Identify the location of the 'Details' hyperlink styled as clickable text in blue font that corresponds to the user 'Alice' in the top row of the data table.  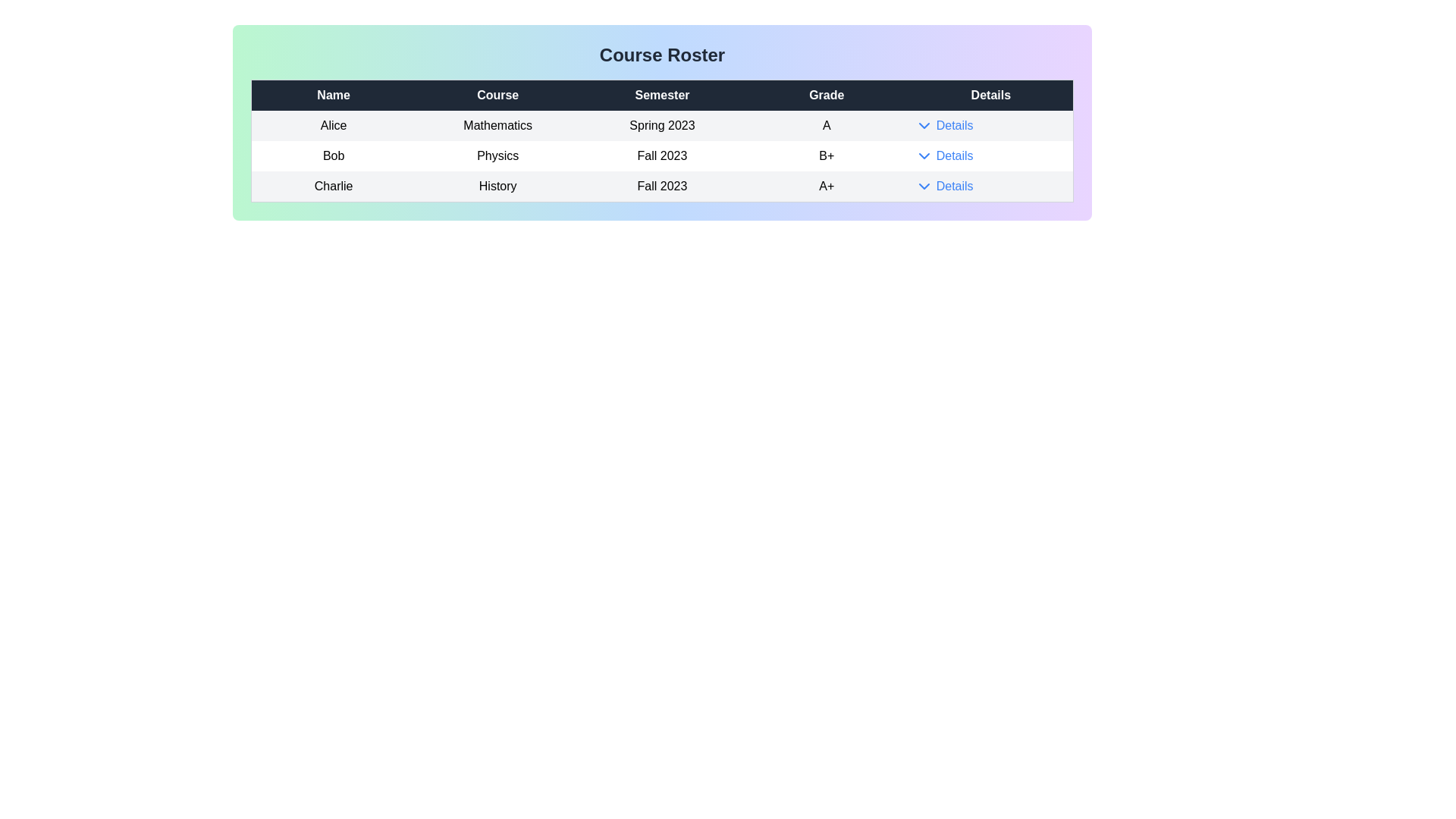
(953, 124).